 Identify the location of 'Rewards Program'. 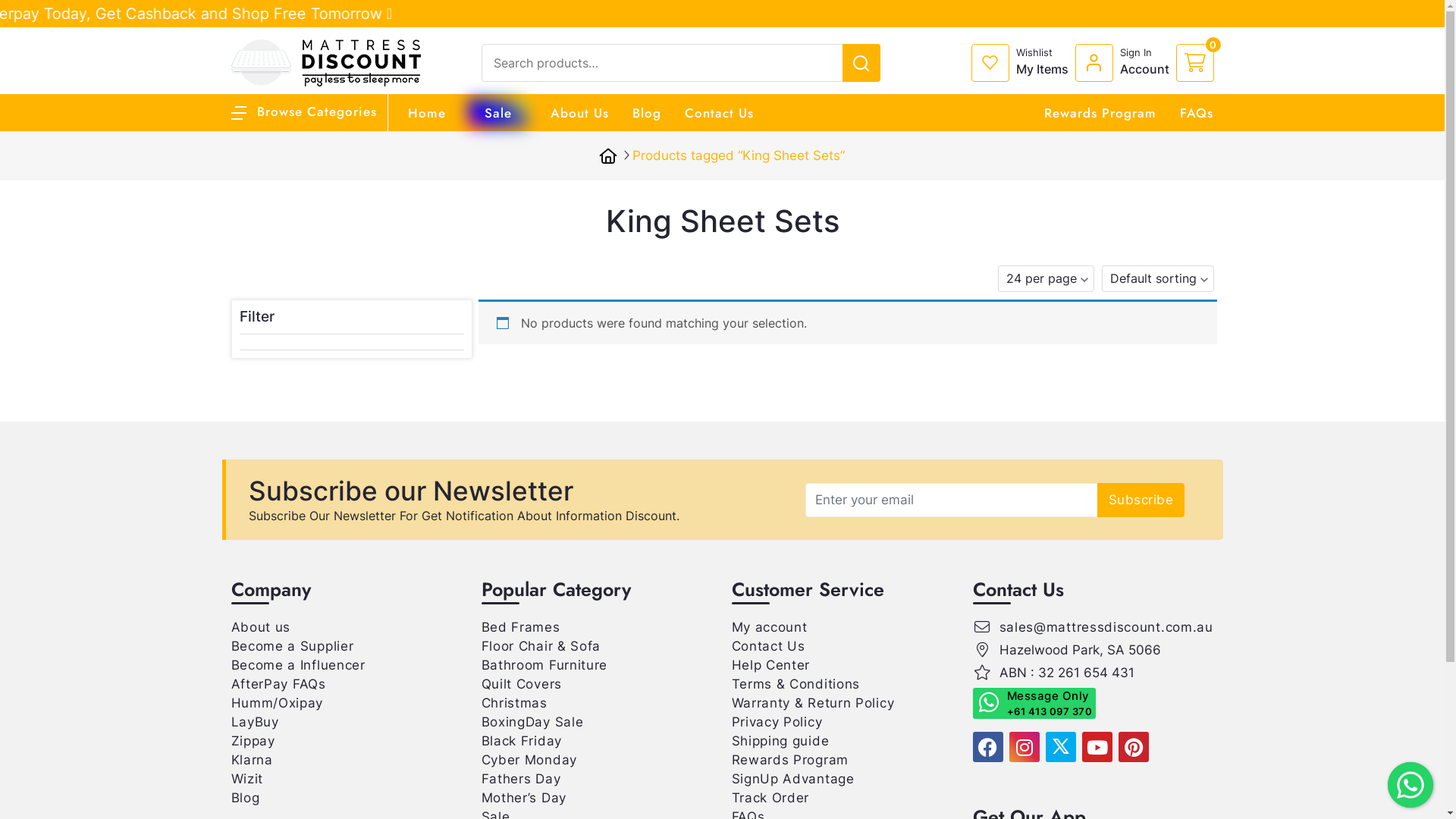
(1043, 112).